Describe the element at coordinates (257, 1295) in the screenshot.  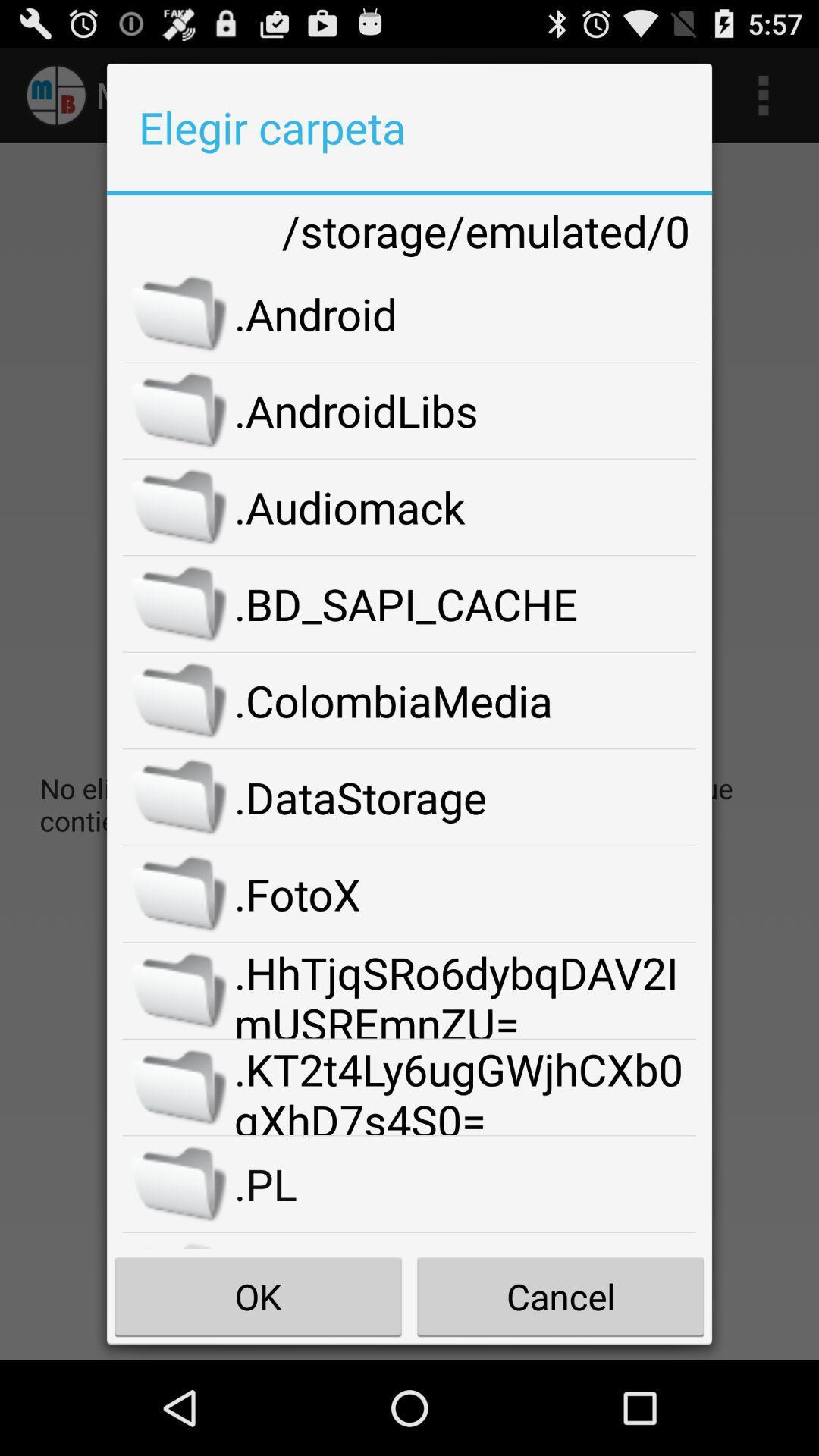
I see `the icon to the left of cancel button` at that location.